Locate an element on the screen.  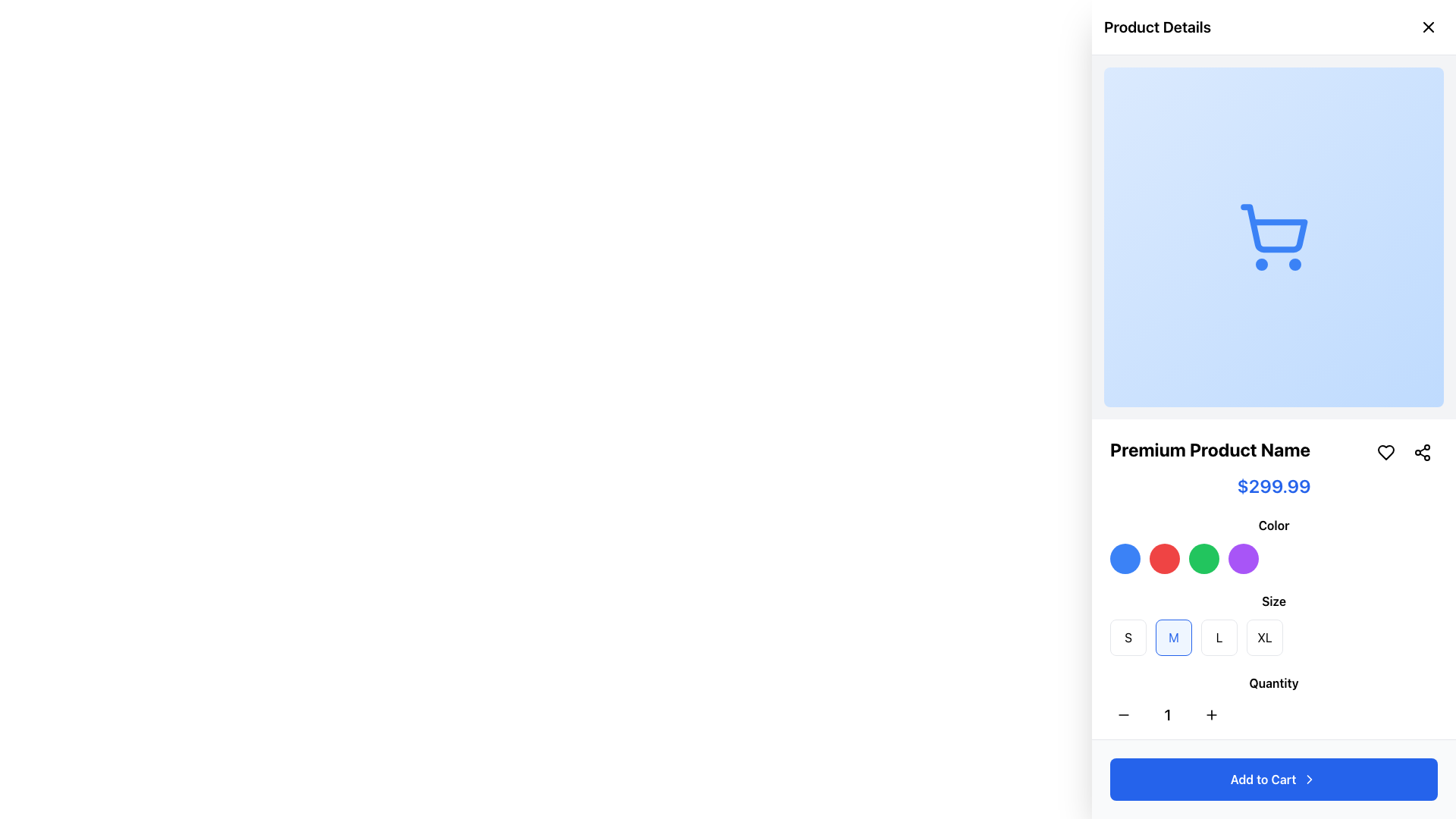
the product name text label located on the right side of the interface, below the shopping cart image, and above the price label is located at coordinates (1274, 452).